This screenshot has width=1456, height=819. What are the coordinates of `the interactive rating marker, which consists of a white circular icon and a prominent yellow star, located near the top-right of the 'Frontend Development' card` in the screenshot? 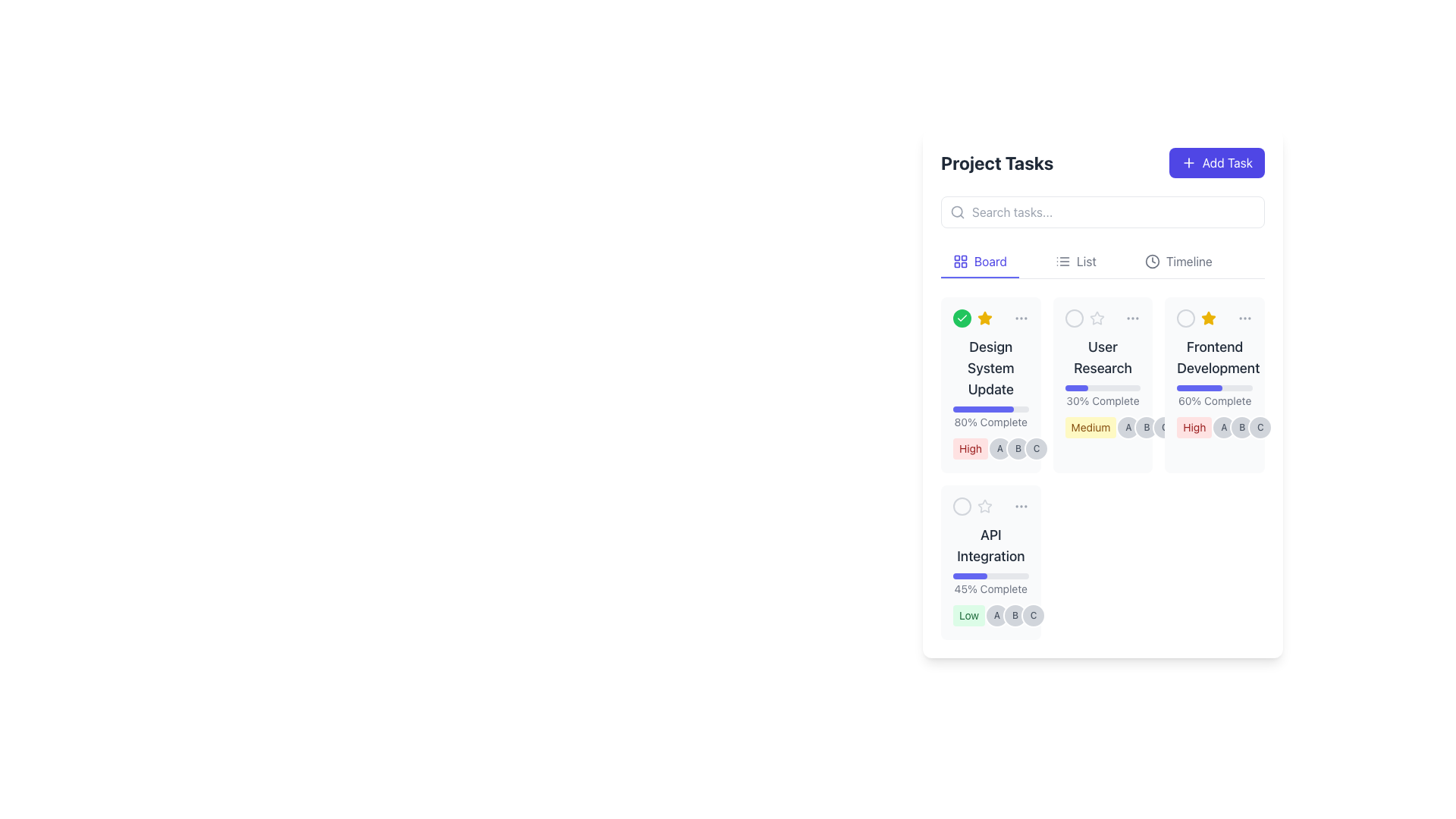 It's located at (1196, 318).